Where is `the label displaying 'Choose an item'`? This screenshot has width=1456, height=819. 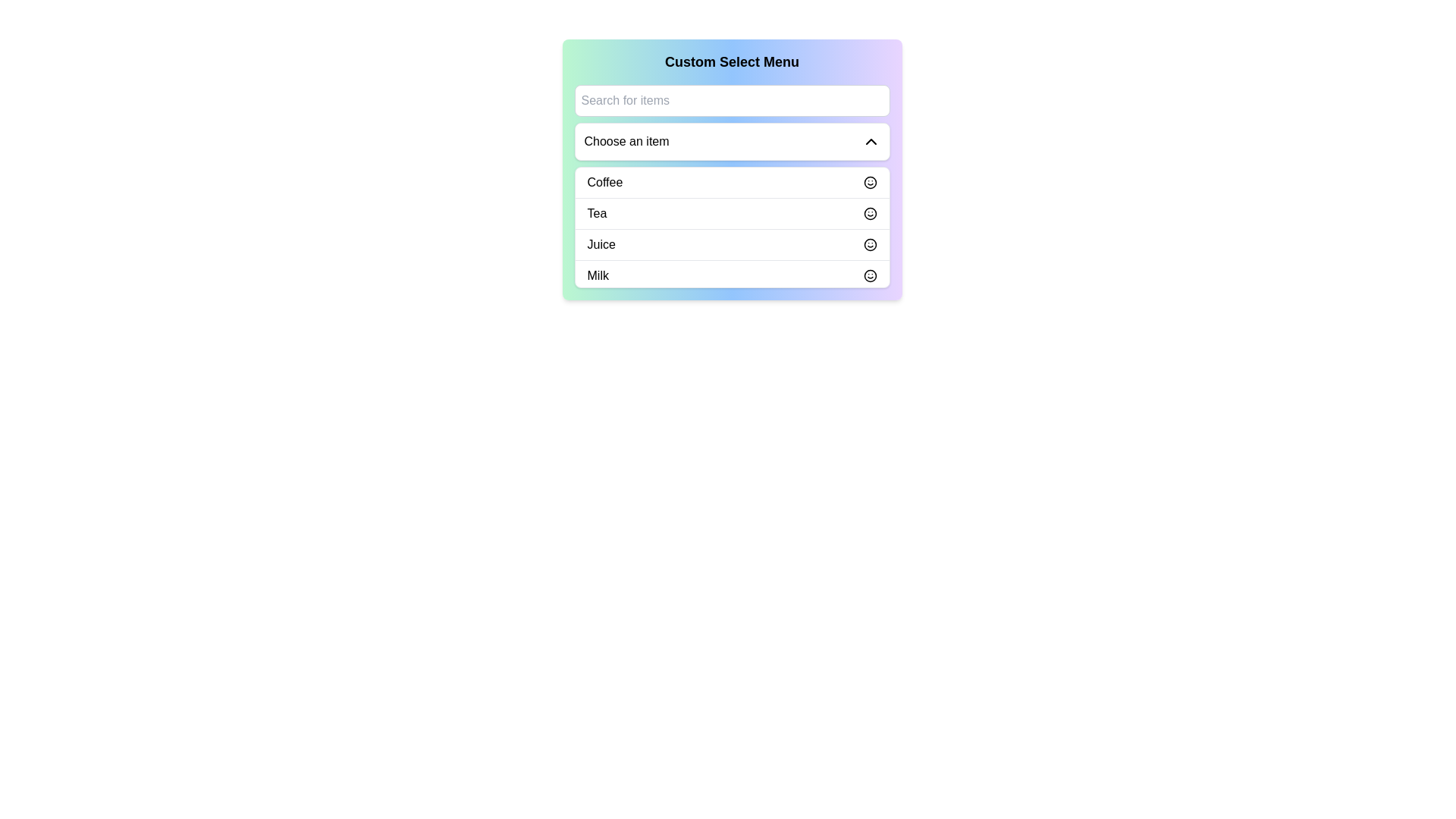
the label displaying 'Choose an item' is located at coordinates (626, 141).